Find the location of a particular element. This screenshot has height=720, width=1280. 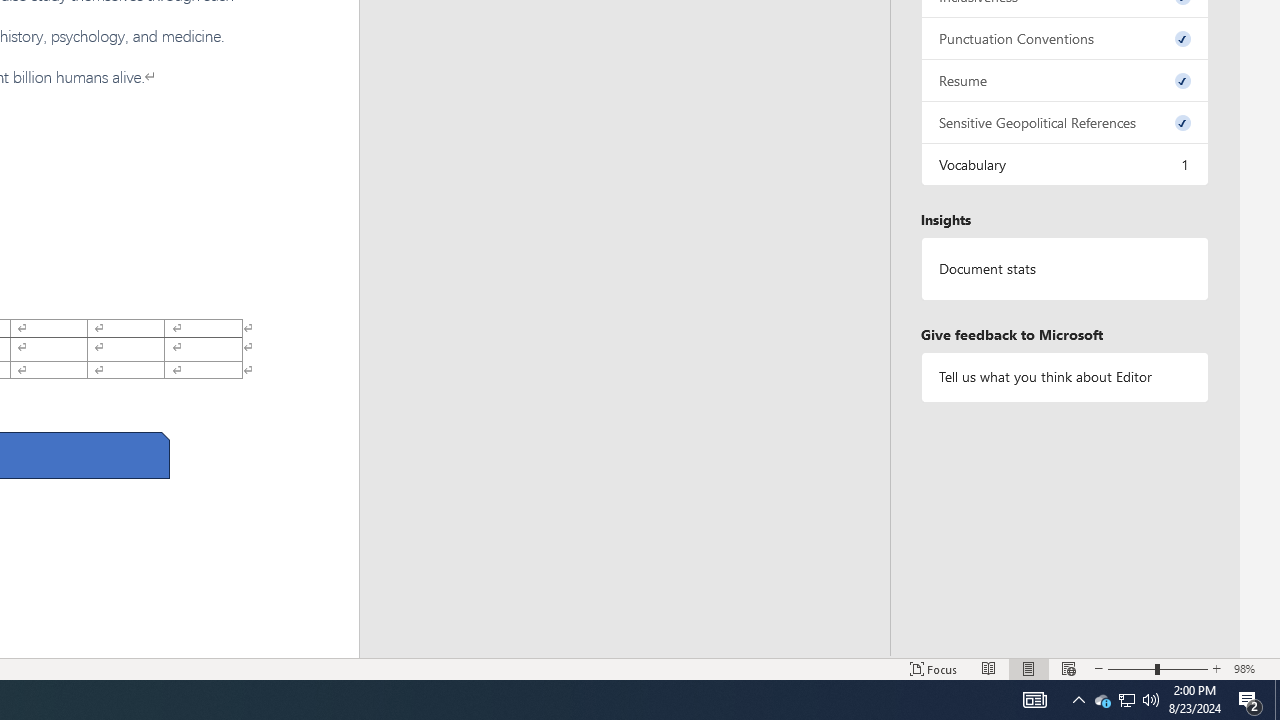

'Document statistics' is located at coordinates (1063, 268).